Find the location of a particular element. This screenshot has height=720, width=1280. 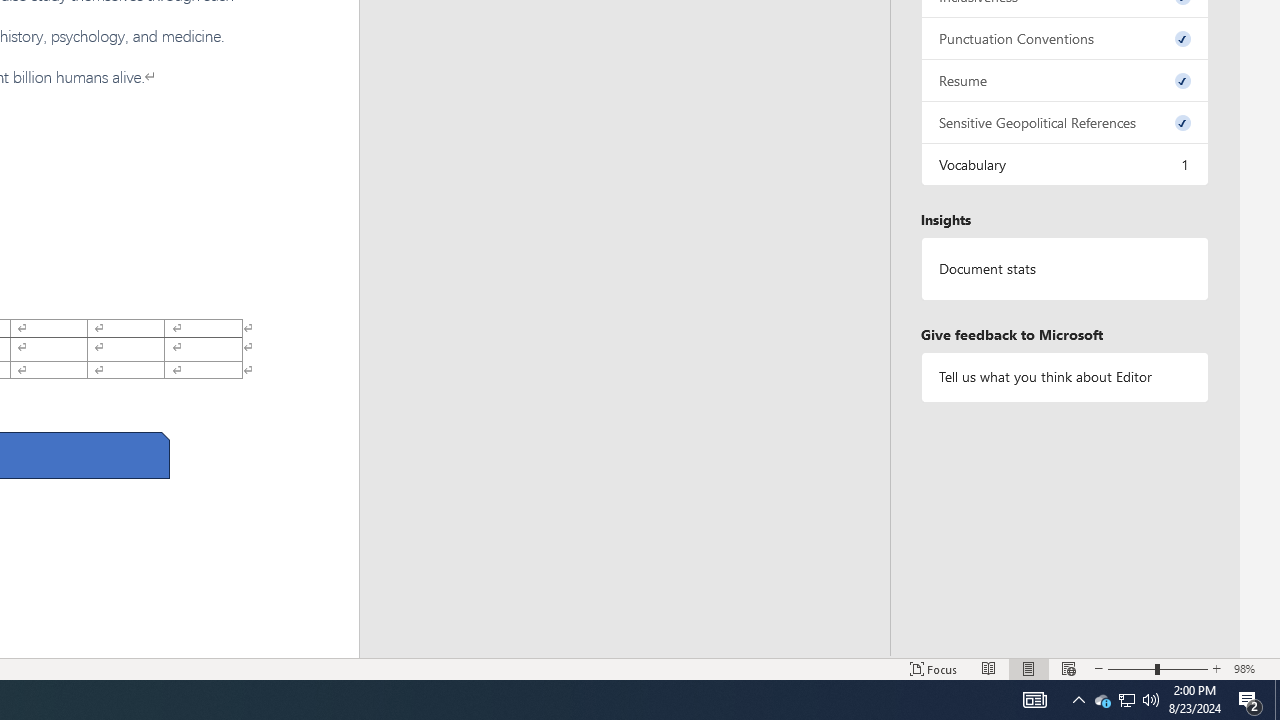

'Document statistics' is located at coordinates (1063, 268).